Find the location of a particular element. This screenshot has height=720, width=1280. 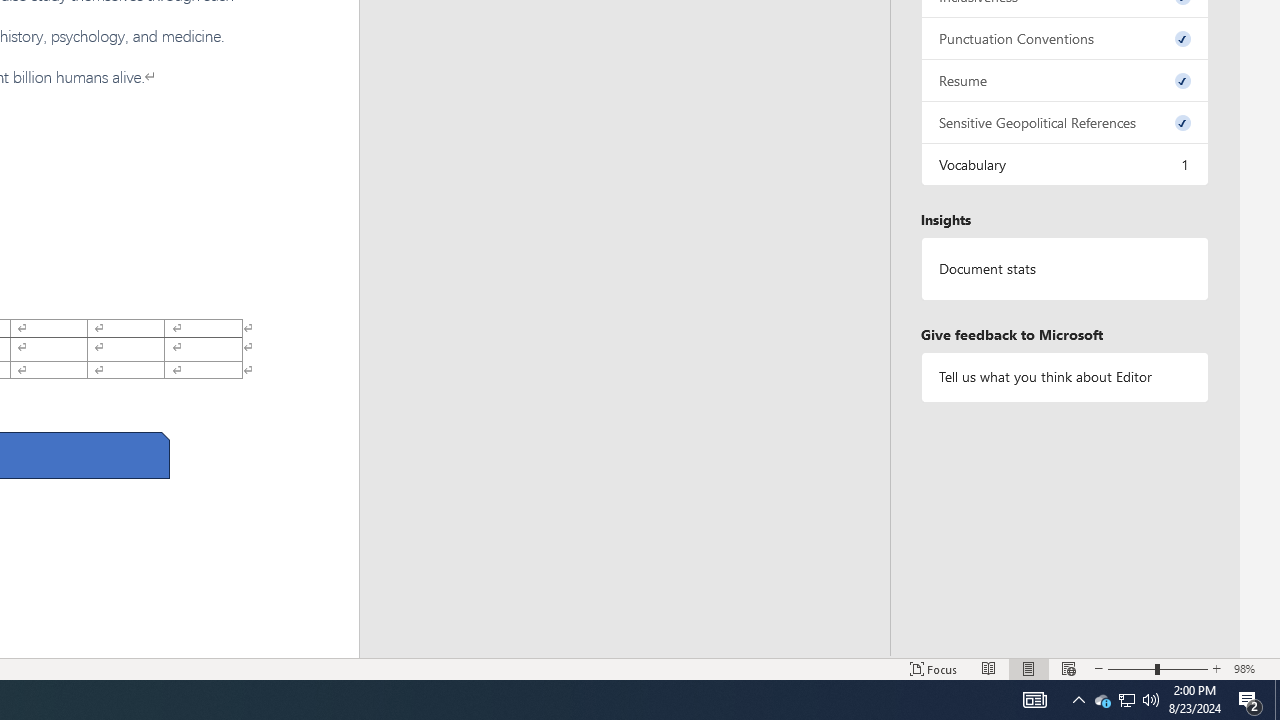

'Document statistics' is located at coordinates (1063, 268).